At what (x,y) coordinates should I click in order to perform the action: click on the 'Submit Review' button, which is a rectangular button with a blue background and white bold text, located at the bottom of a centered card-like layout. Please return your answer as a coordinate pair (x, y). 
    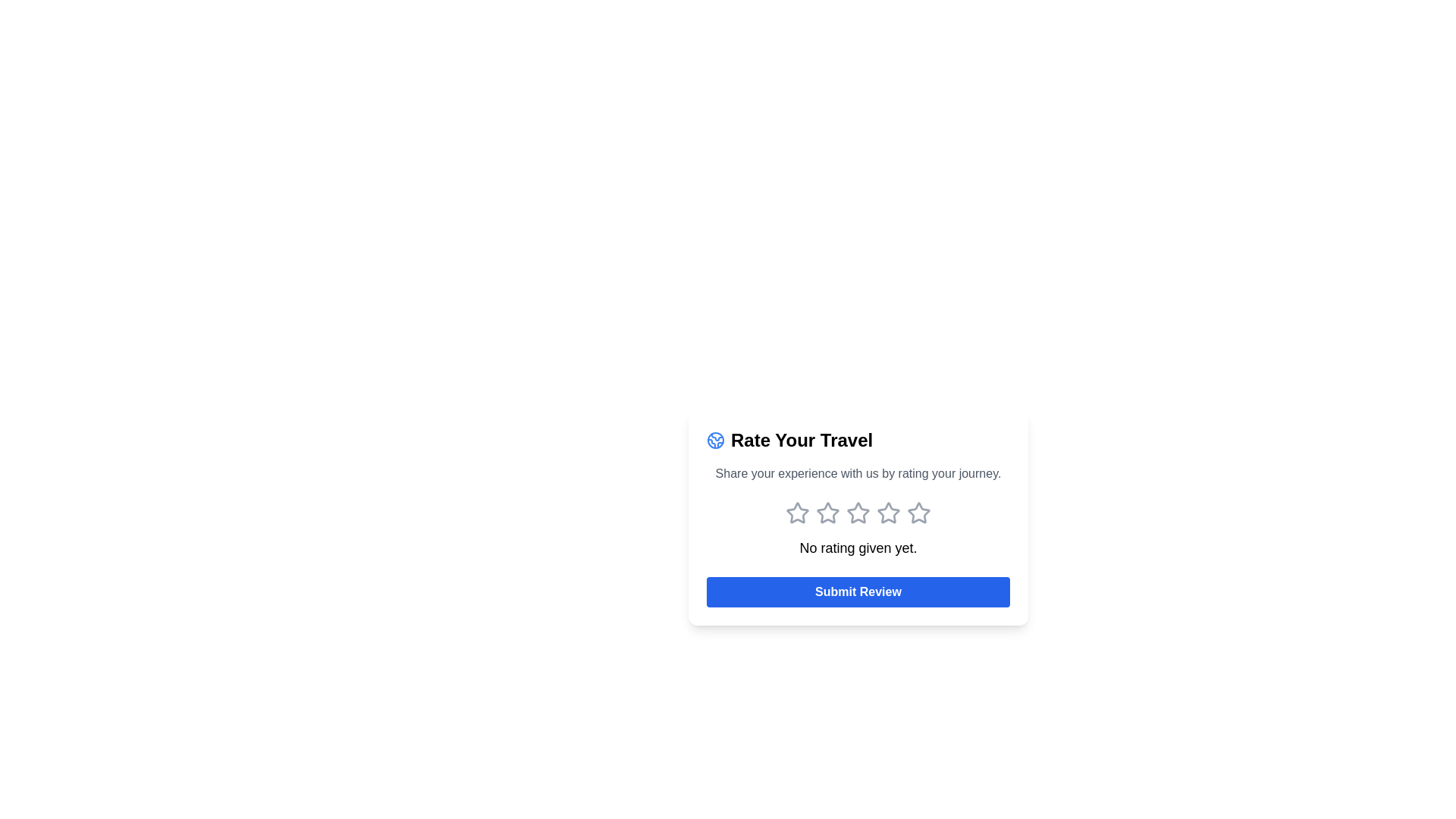
    Looking at the image, I should click on (858, 591).